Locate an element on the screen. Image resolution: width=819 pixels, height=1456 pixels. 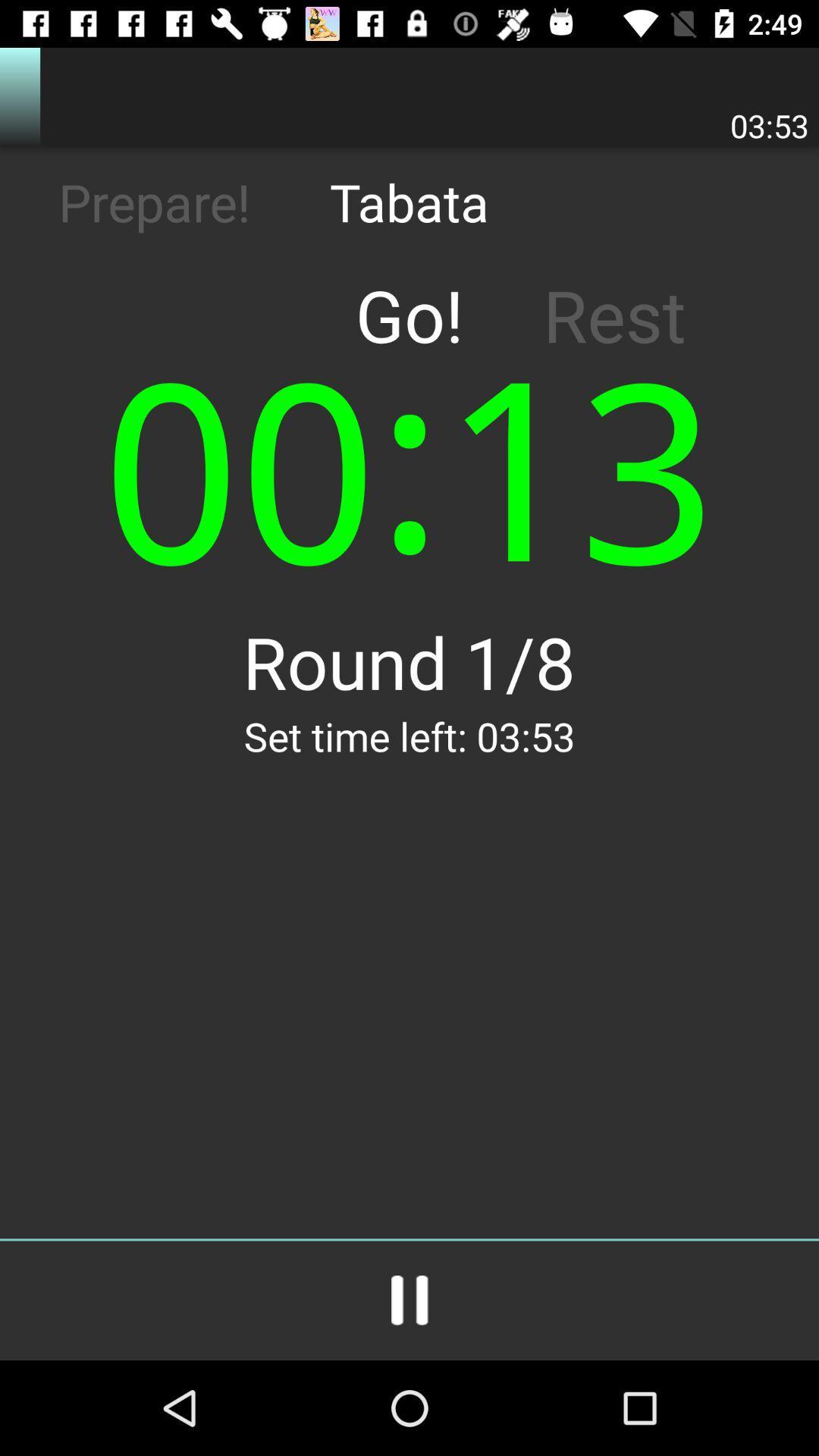
stop is located at coordinates (409, 1300).